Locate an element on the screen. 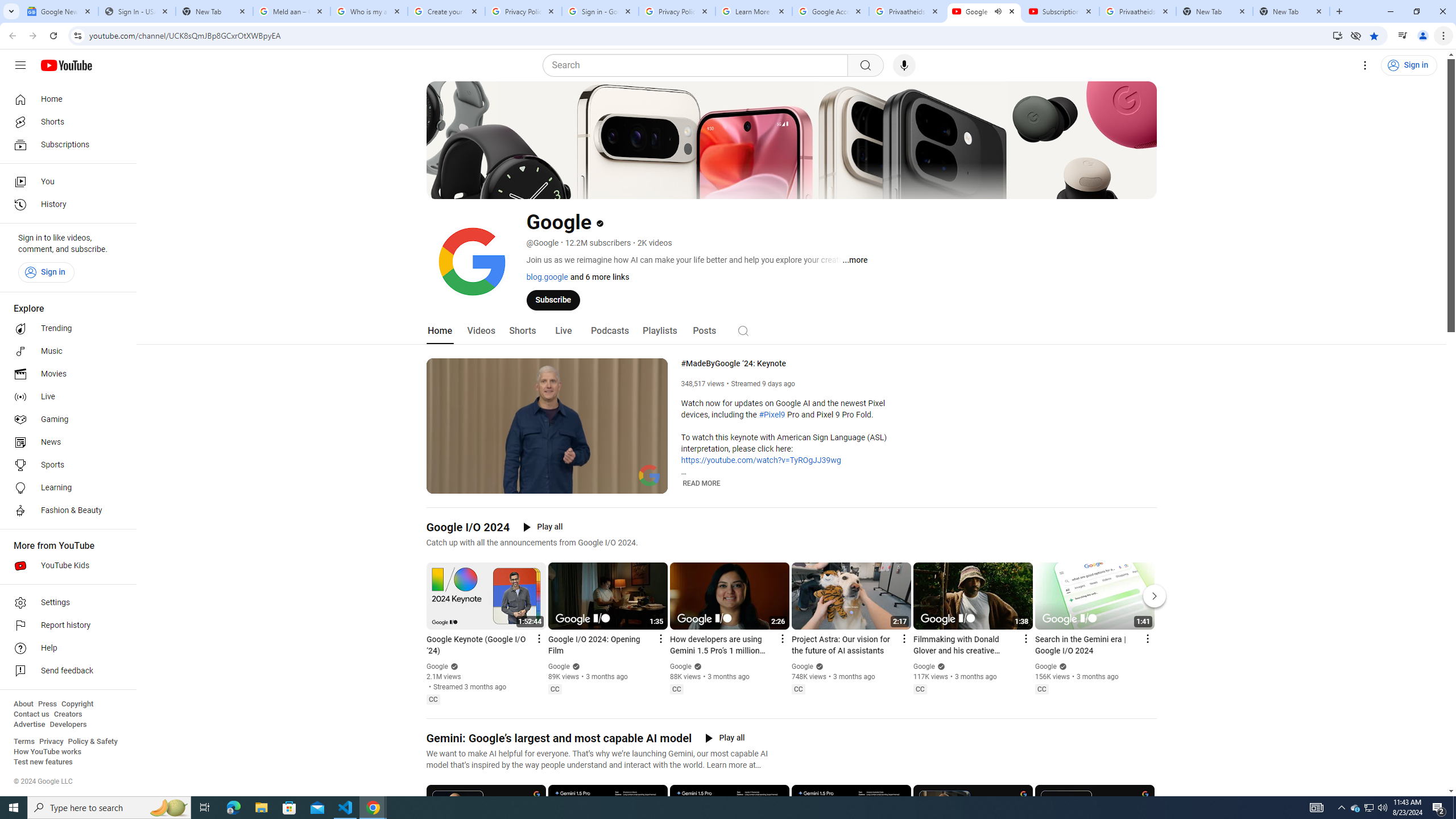 Image resolution: width=1456 pixels, height=819 pixels. 'Subtitles/closed captions unavailable' is located at coordinates (609, 483).